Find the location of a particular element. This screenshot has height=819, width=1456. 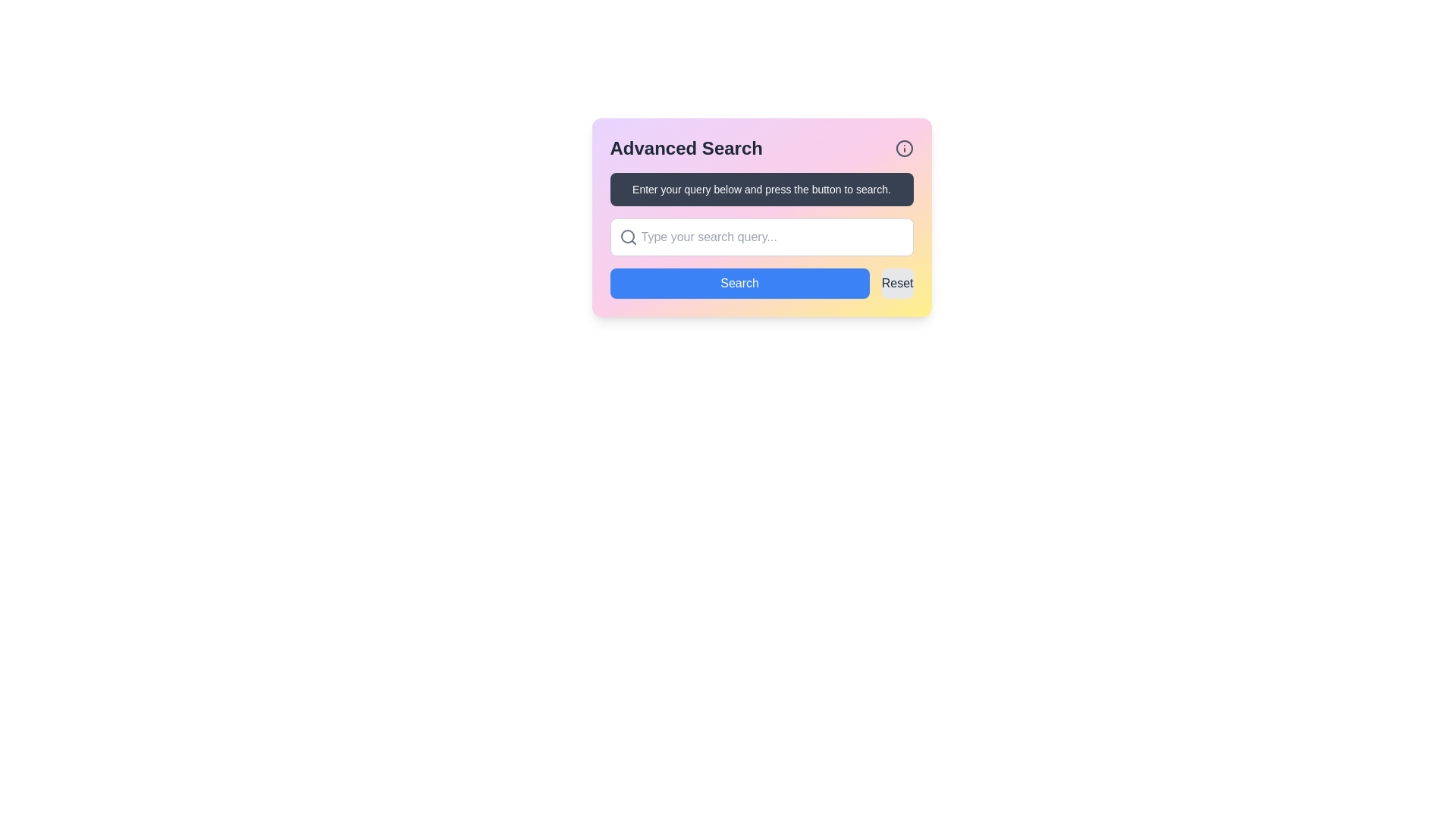

informational text block located within the 'Advanced Search' card, which guides users on how to interact with the search feature is located at coordinates (761, 189).